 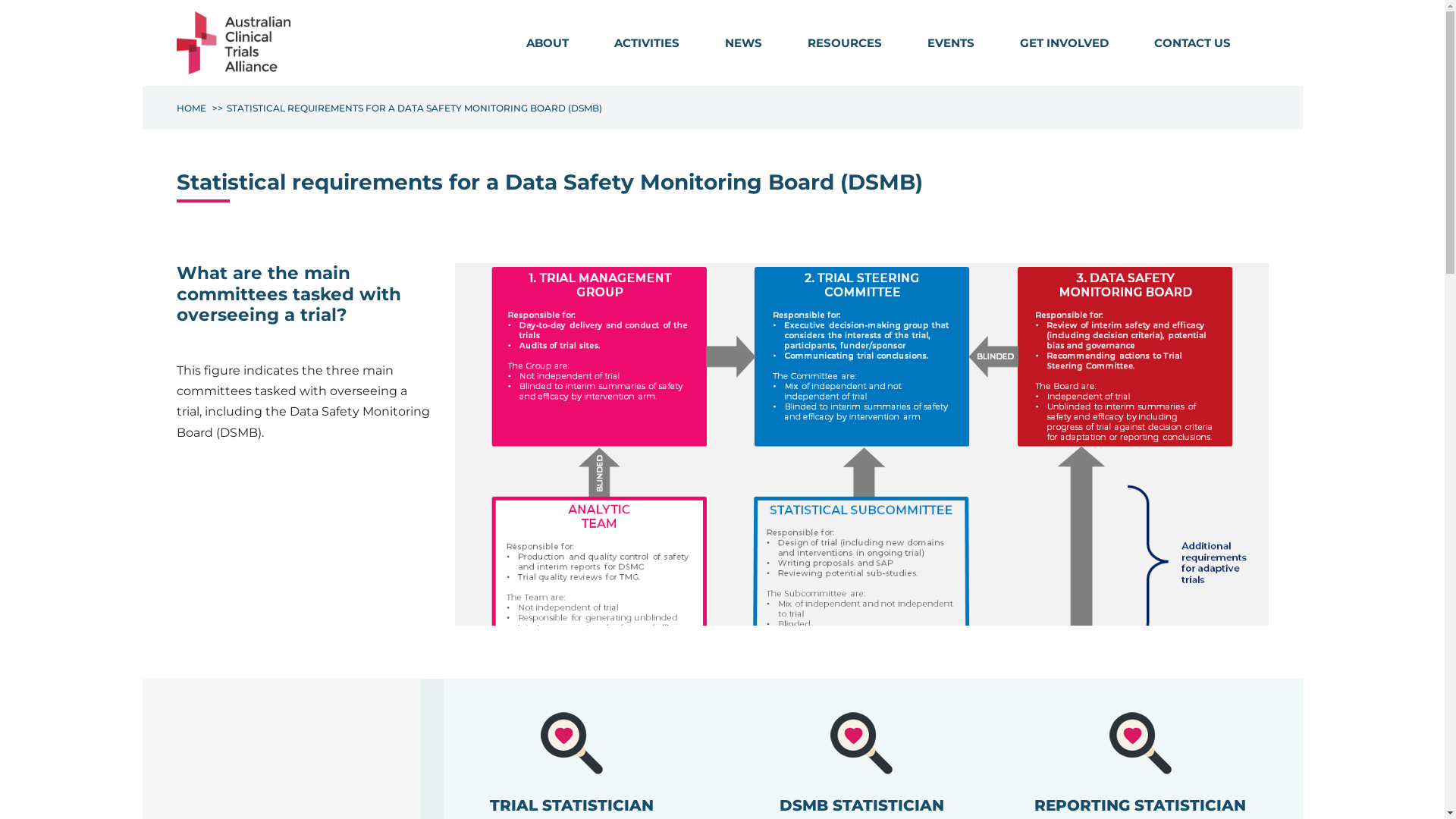 What do you see at coordinates (647, 42) in the screenshot?
I see `'ACTIVITIES'` at bounding box center [647, 42].